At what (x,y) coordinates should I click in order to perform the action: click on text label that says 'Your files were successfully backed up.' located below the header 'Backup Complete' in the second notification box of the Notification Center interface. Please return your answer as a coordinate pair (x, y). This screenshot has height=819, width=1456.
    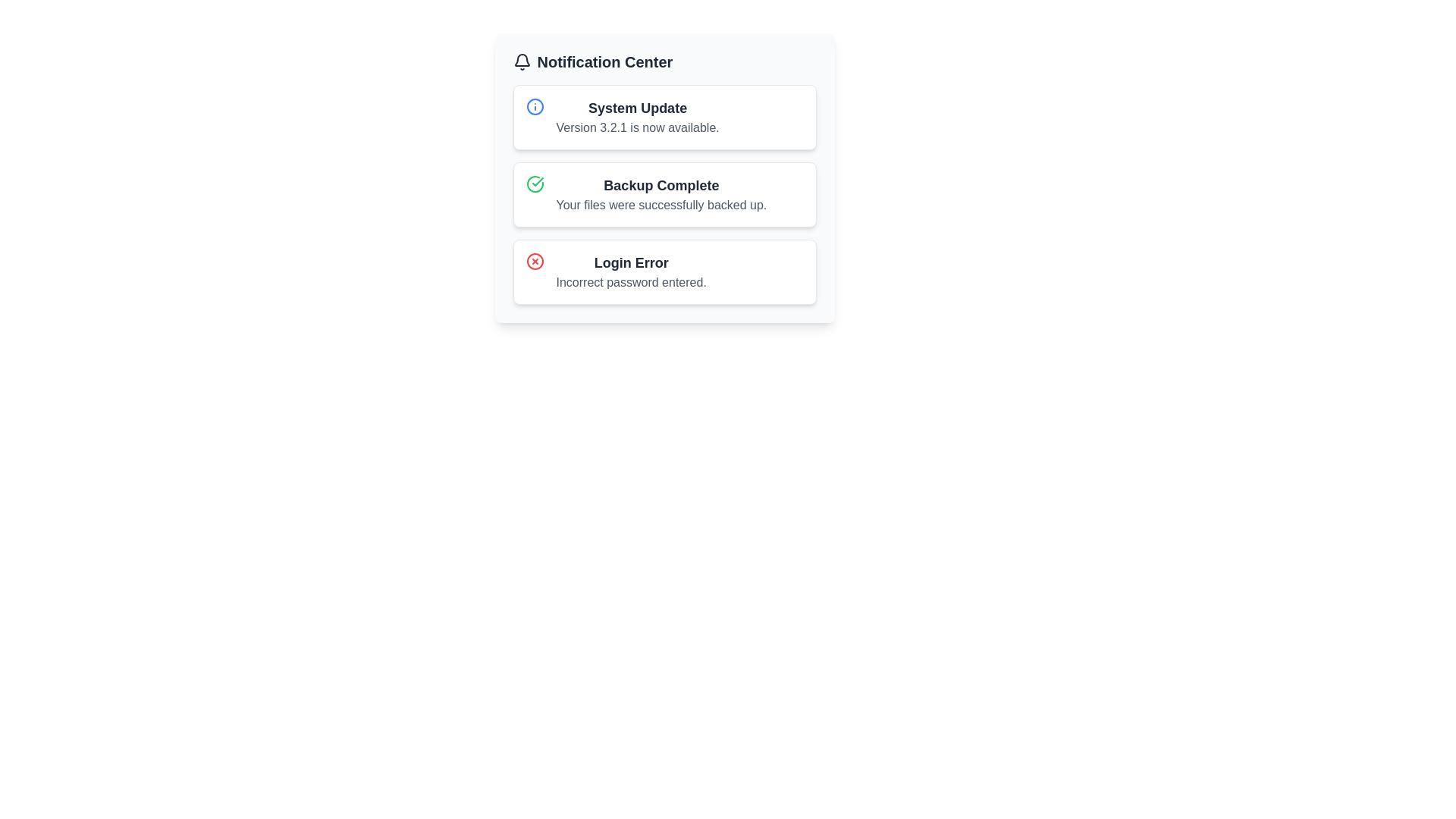
    Looking at the image, I should click on (661, 205).